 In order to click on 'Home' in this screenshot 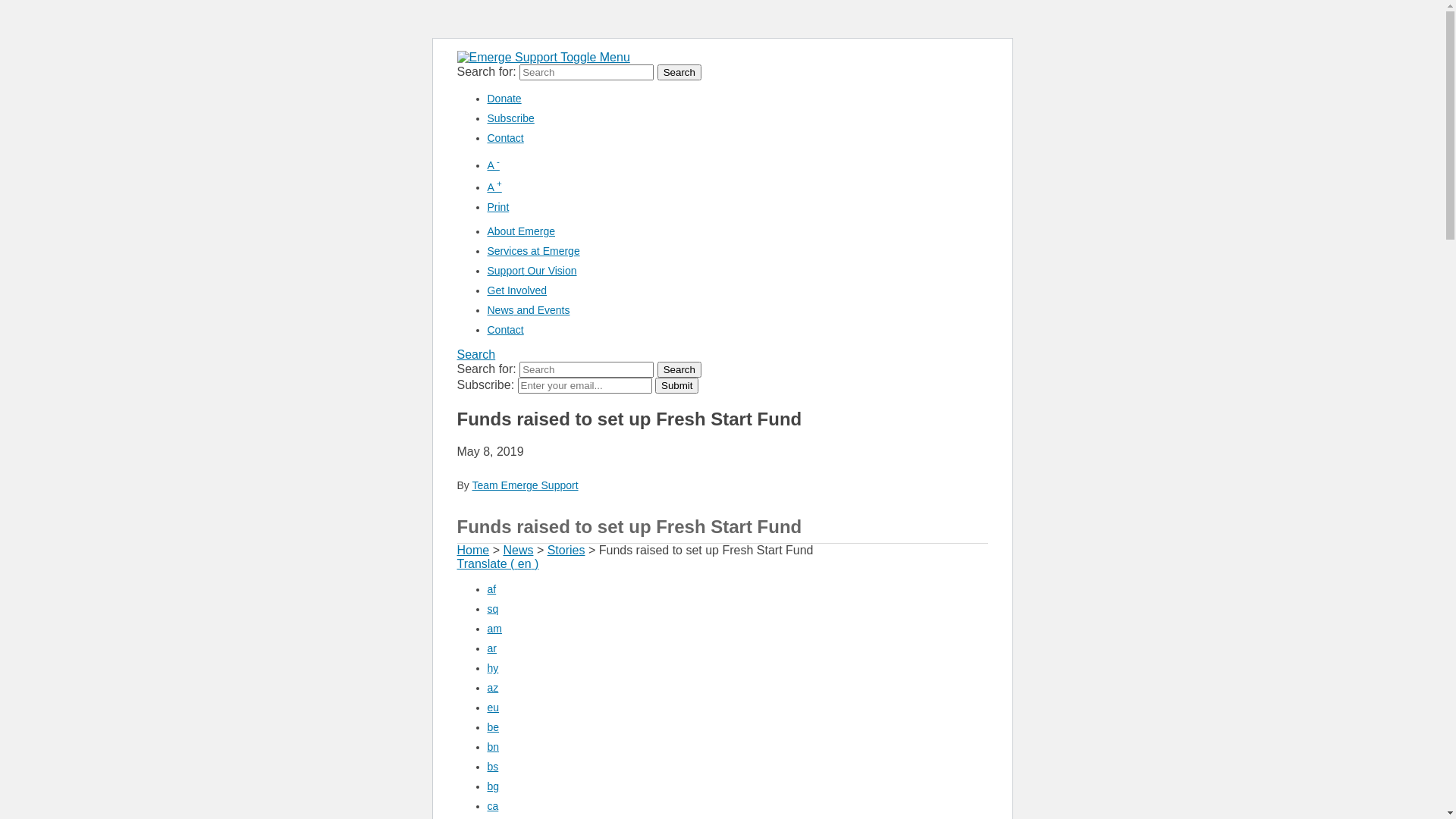, I will do `click(472, 550)`.